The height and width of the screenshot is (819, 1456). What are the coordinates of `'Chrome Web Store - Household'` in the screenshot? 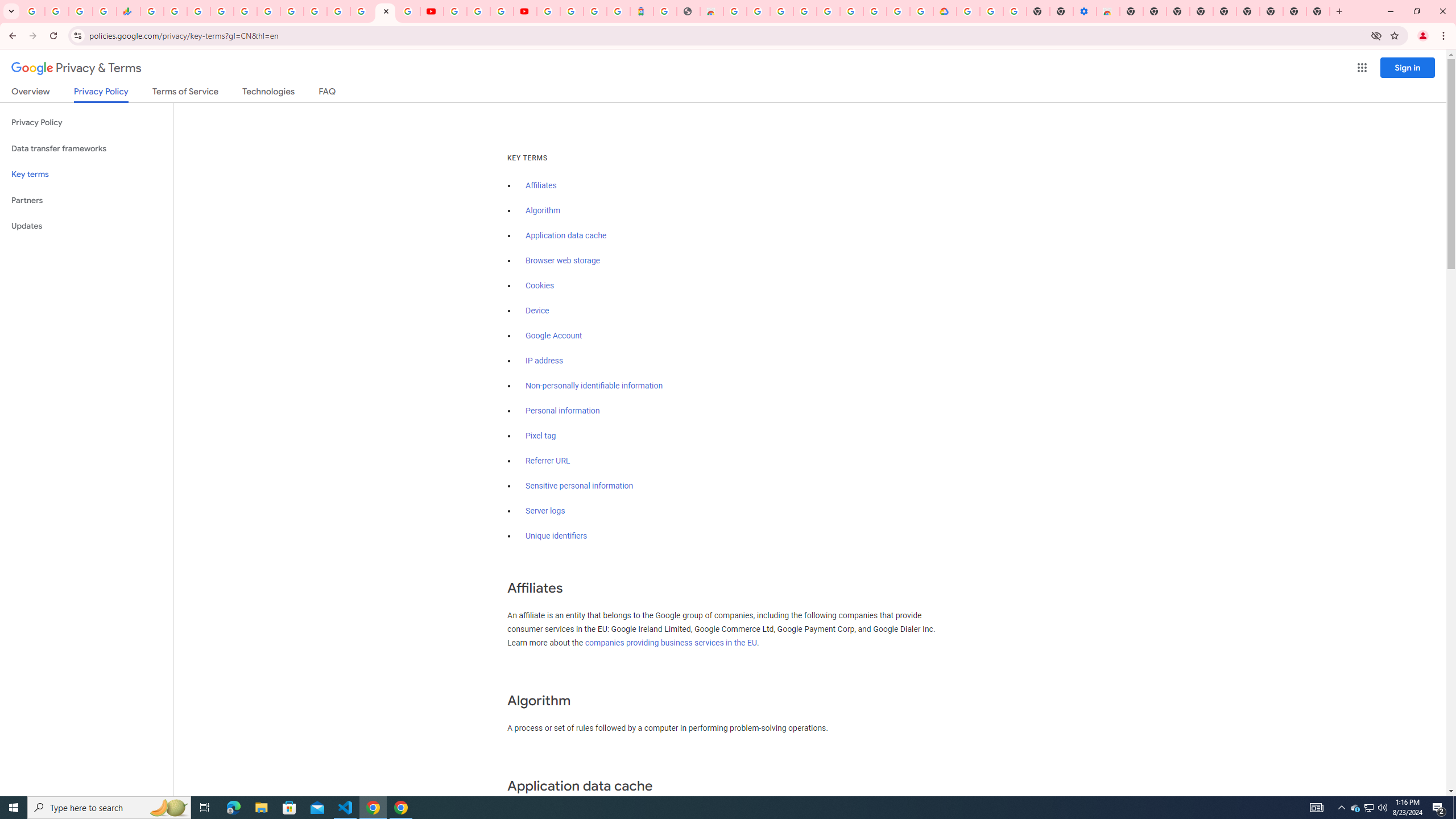 It's located at (711, 11).